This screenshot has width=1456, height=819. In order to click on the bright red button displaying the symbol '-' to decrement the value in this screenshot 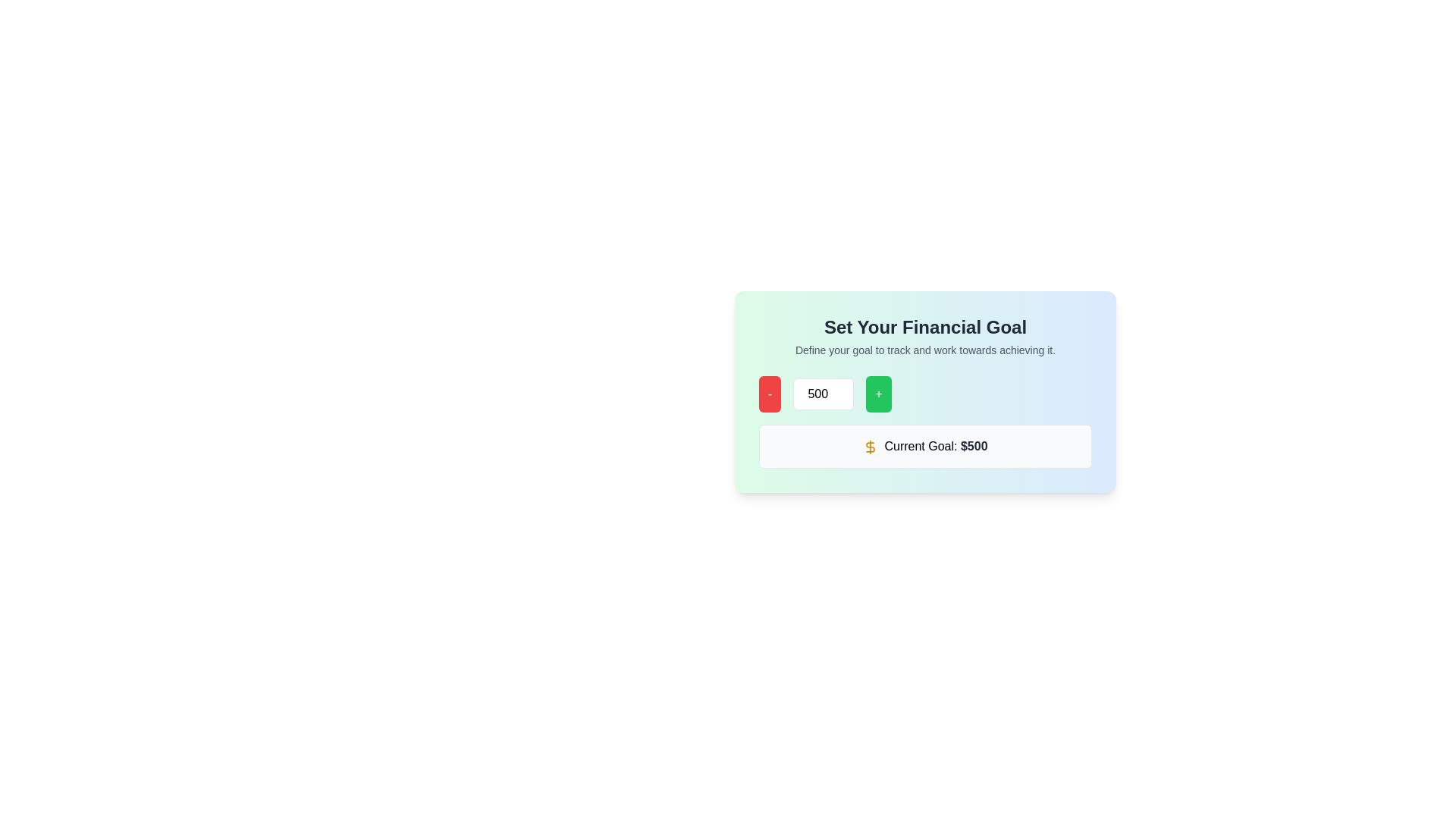, I will do `click(770, 394)`.